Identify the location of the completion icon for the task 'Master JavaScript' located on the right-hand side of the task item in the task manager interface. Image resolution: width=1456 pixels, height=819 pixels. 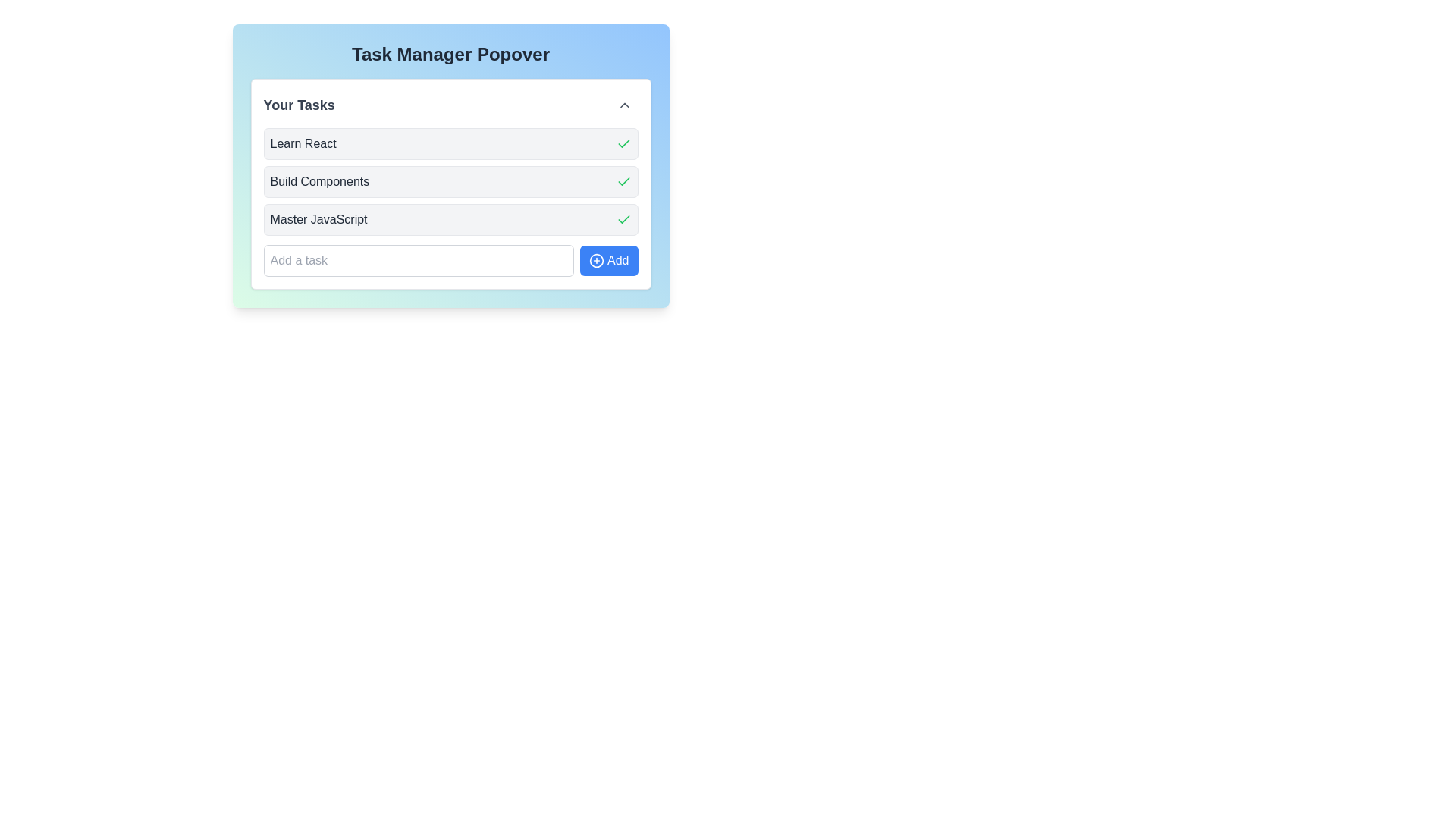
(623, 143).